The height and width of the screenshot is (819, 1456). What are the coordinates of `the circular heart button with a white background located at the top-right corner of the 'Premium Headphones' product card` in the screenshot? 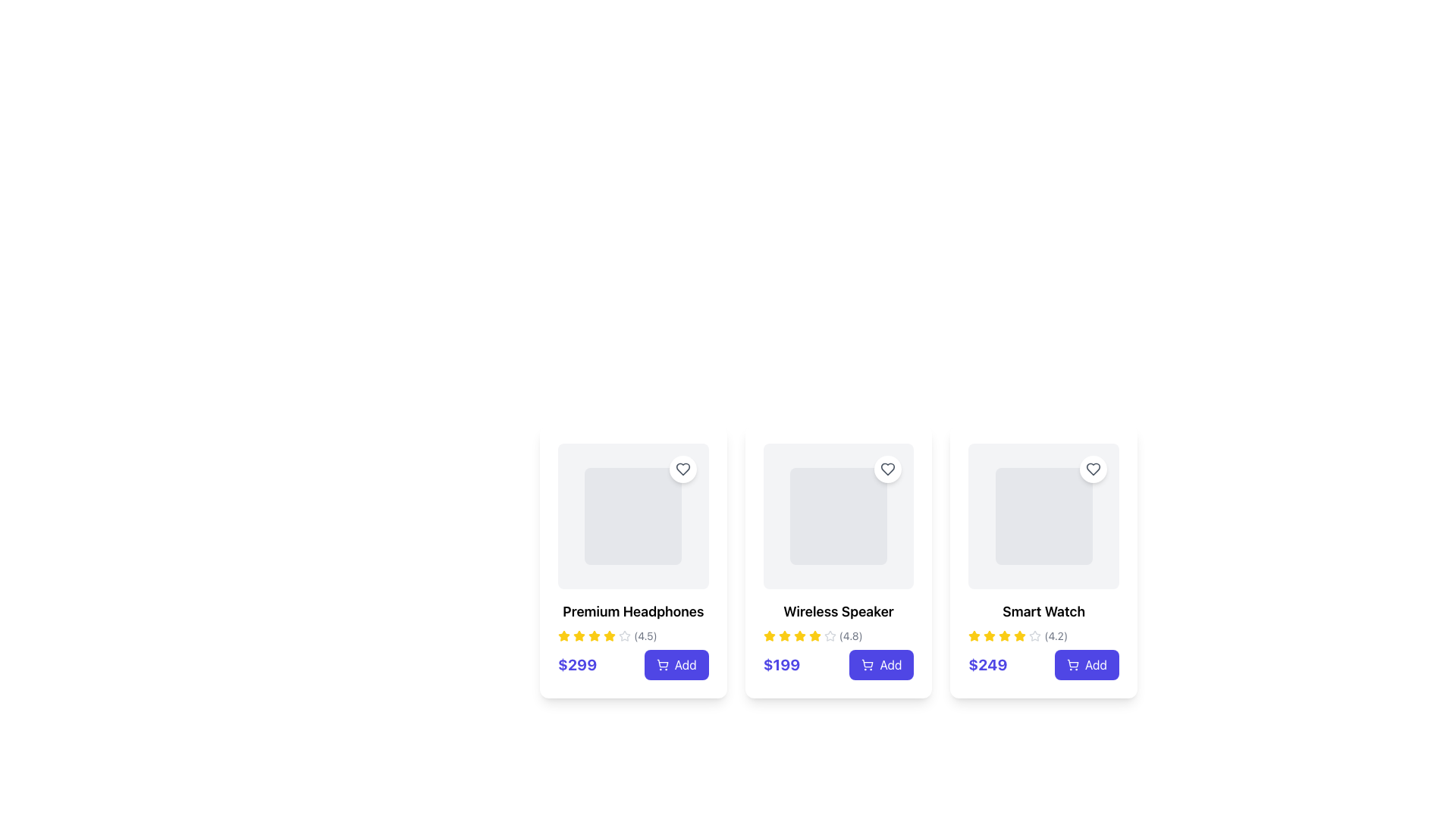 It's located at (682, 468).